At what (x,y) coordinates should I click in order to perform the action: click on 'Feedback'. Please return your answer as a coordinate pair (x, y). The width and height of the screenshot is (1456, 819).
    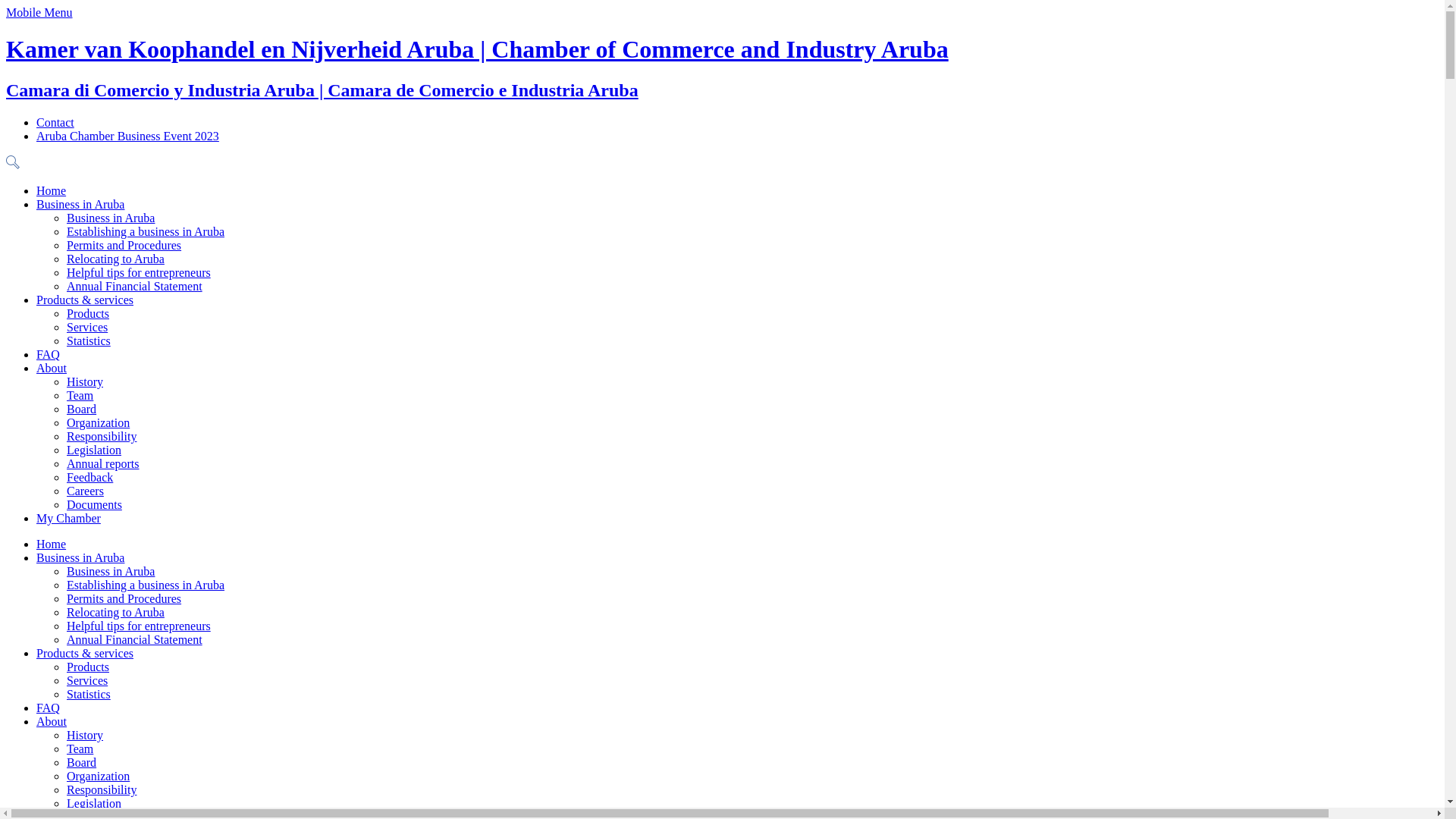
    Looking at the image, I should click on (65, 476).